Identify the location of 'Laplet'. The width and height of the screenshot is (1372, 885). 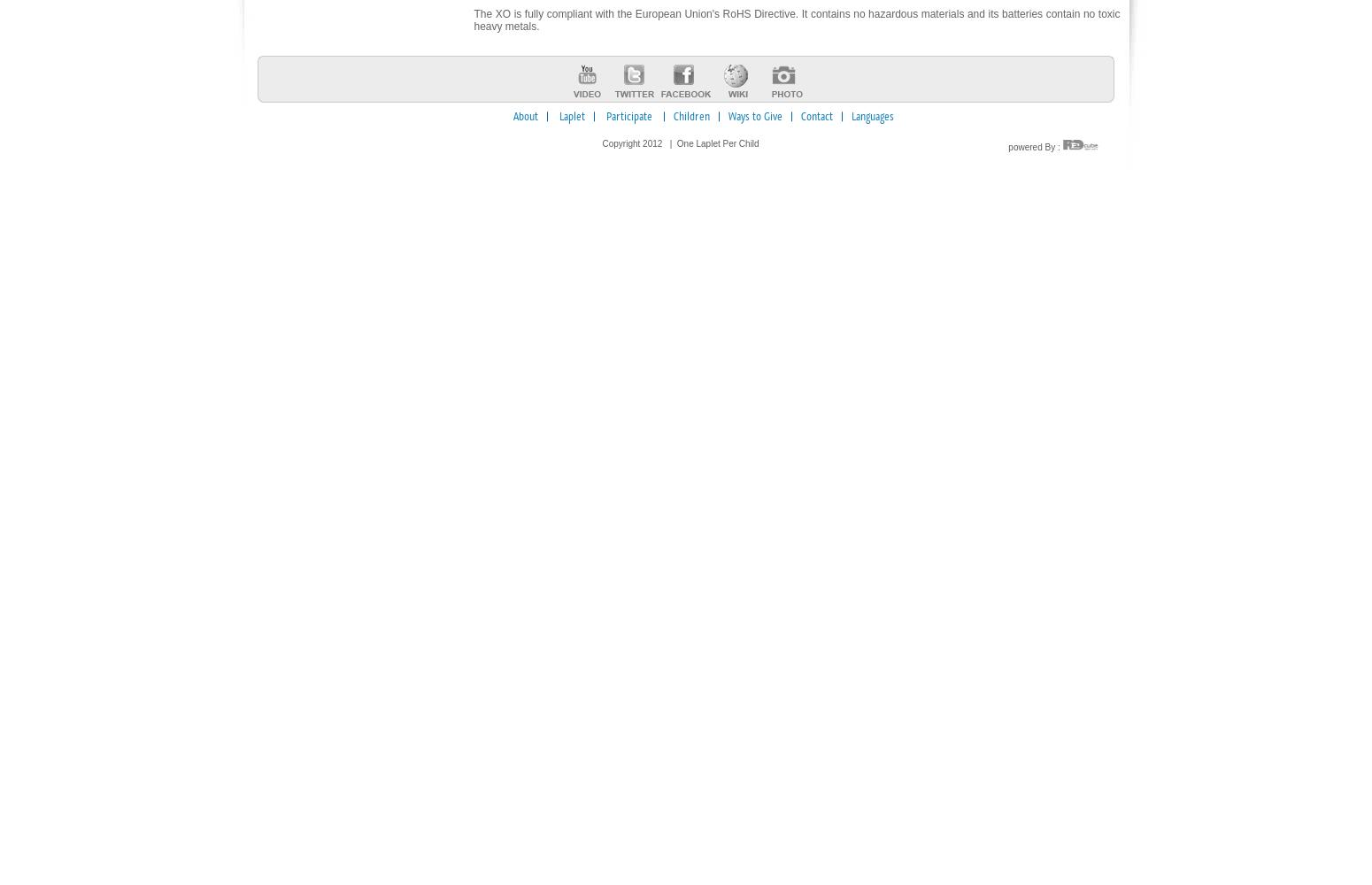
(571, 117).